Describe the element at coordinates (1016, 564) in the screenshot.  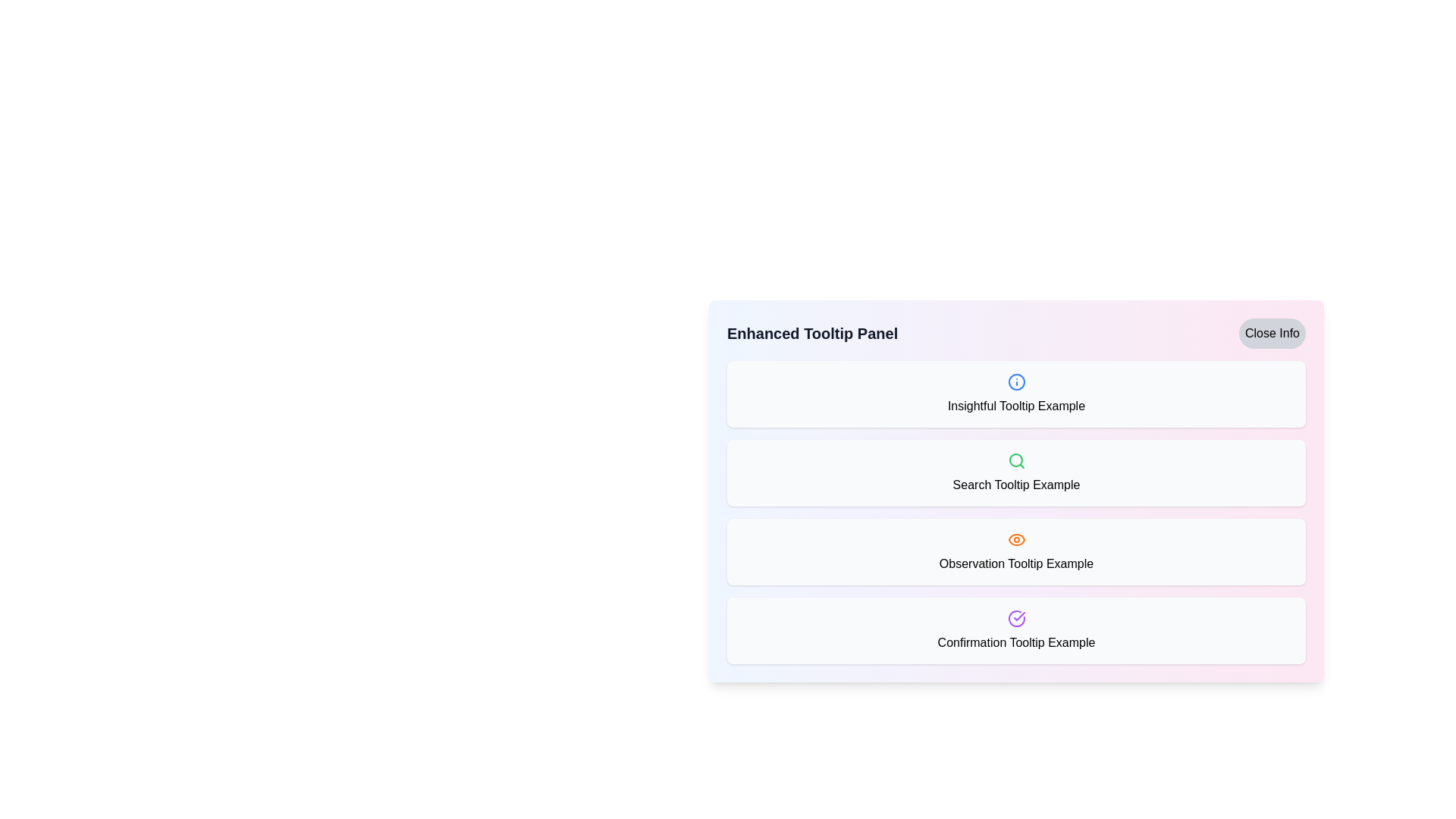
I see `the third text label in the vertical stack, which is located below the 'Search Tooltip Example' and above the 'Confirmation Tooltip Example'` at that location.